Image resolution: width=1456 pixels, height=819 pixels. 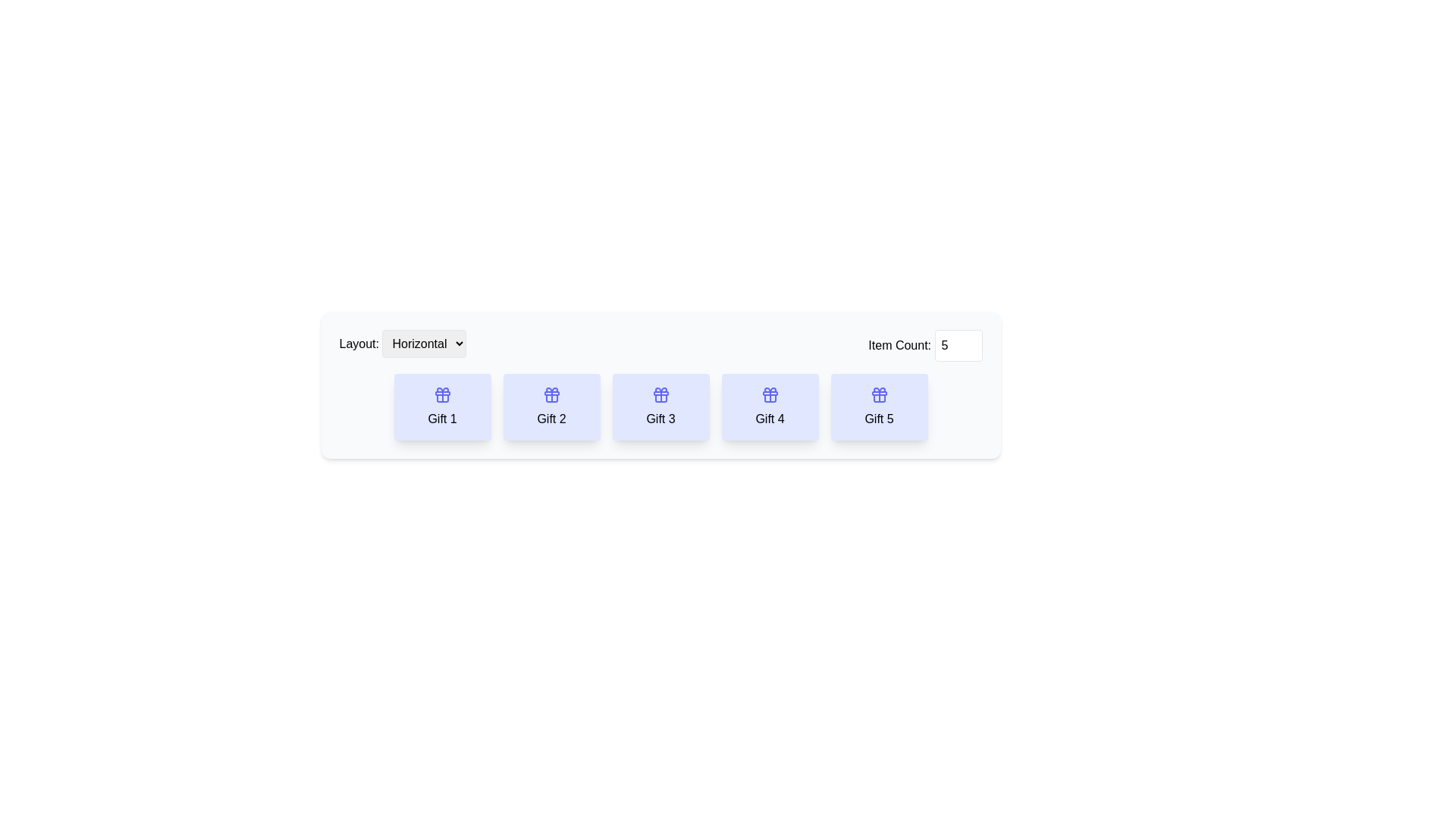 I want to click on the top horizontal bar of the gift icon representing 'Gift 5', located on the far right of the horizontal list of gift items, so click(x=879, y=393).